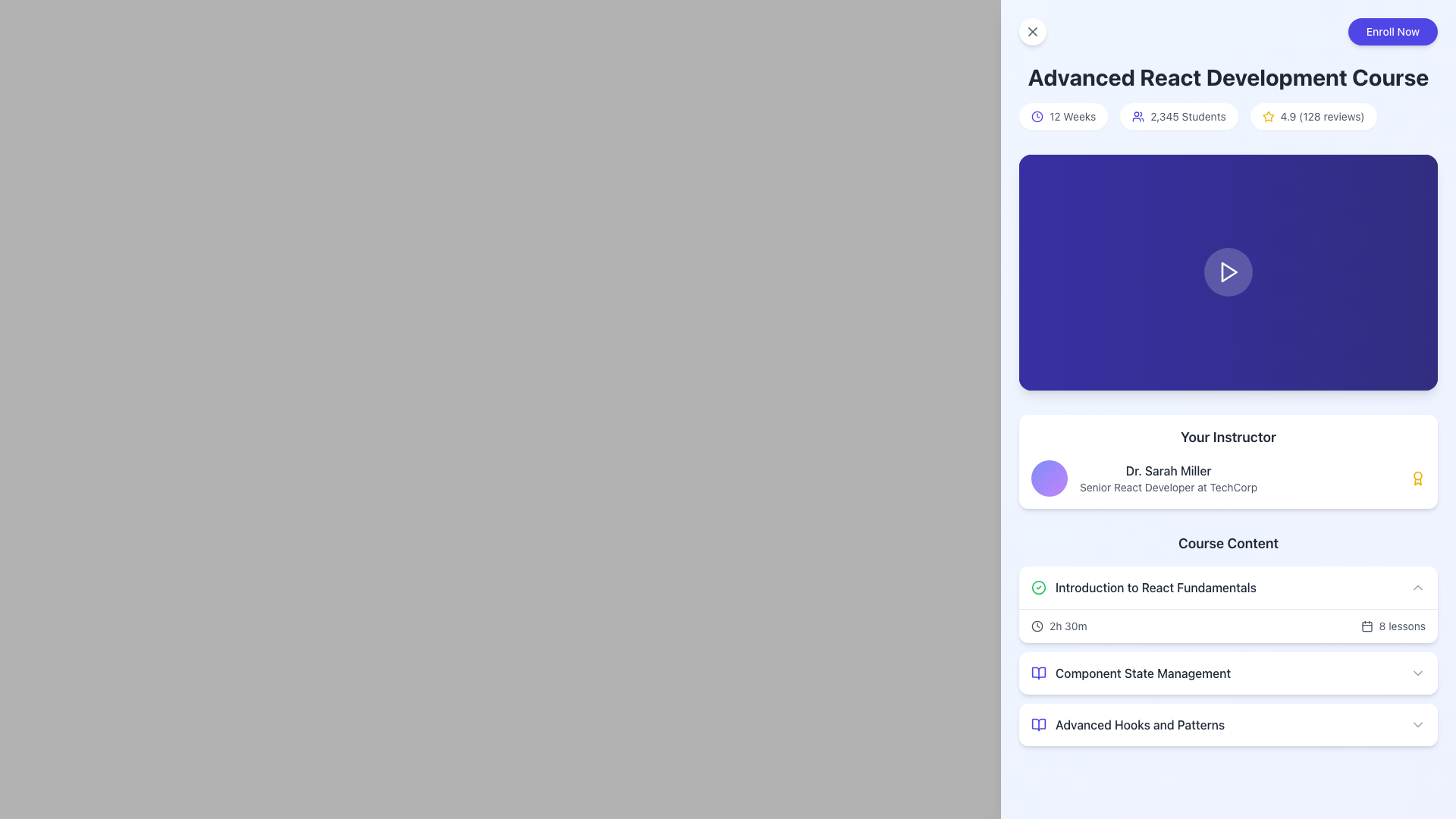 The image size is (1456, 819). What do you see at coordinates (1178, 116) in the screenshot?
I see `the Informational badge that displays the total number of students enrolled in the course, located between '12 Weeks' and '4.9 (128 reviews)', below the title 'Advanced React Development Course'` at bounding box center [1178, 116].